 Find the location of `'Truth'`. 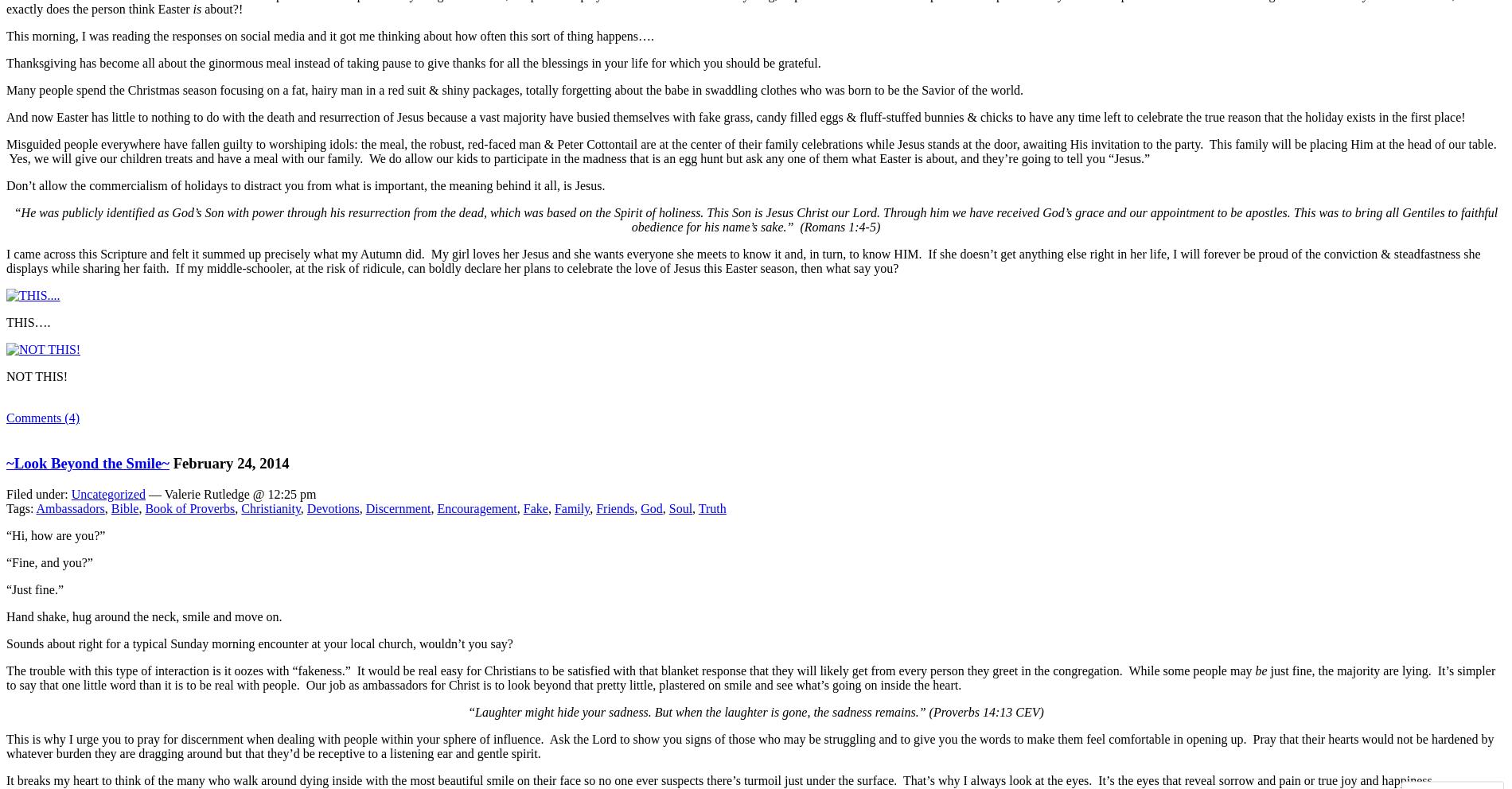

'Truth' is located at coordinates (697, 507).